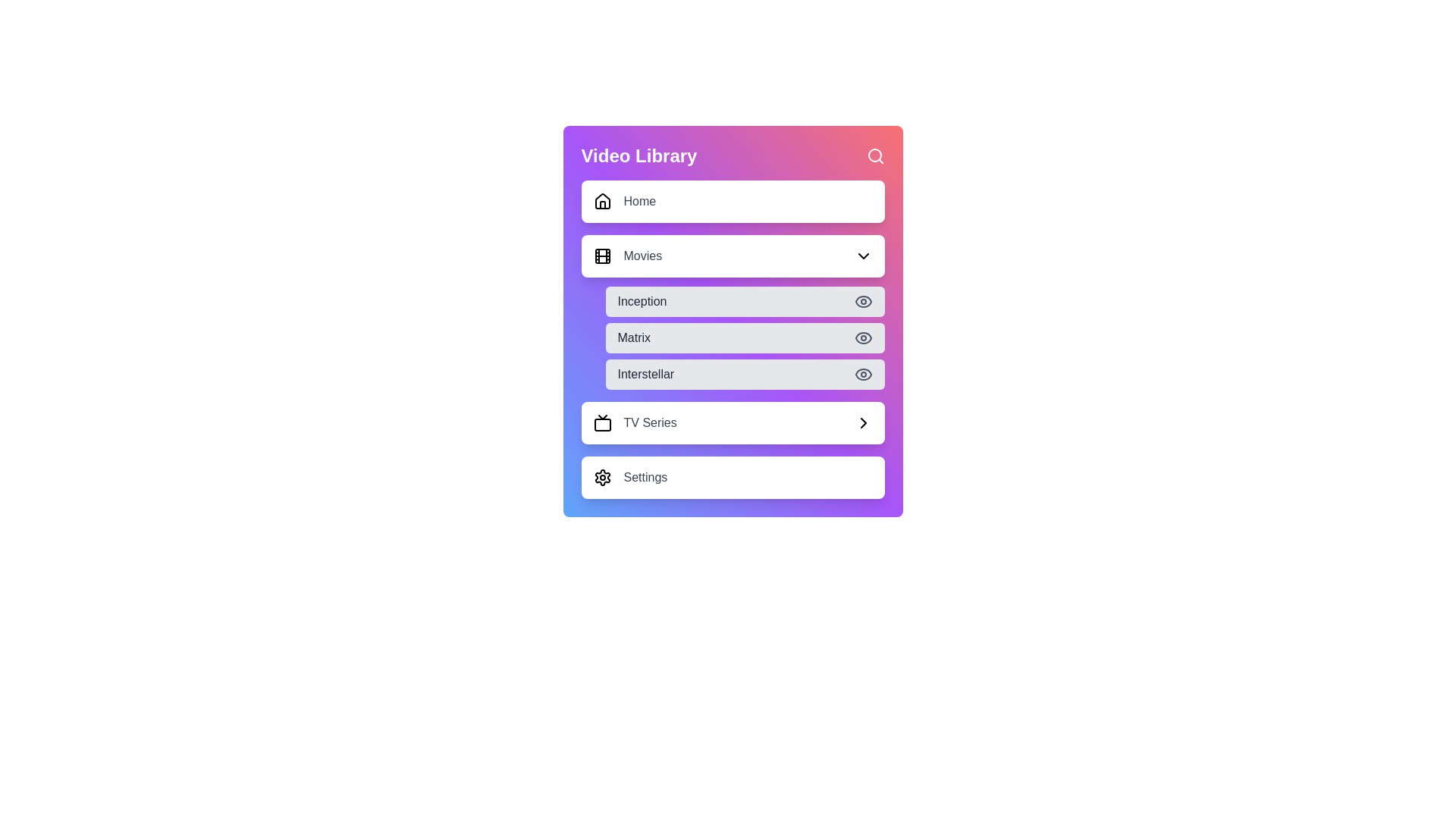 The width and height of the screenshot is (1456, 819). What do you see at coordinates (863, 374) in the screenshot?
I see `the visibility toggle icon located to the right of the 'Interstellar' text label in the options list of the 'Movies' section` at bounding box center [863, 374].